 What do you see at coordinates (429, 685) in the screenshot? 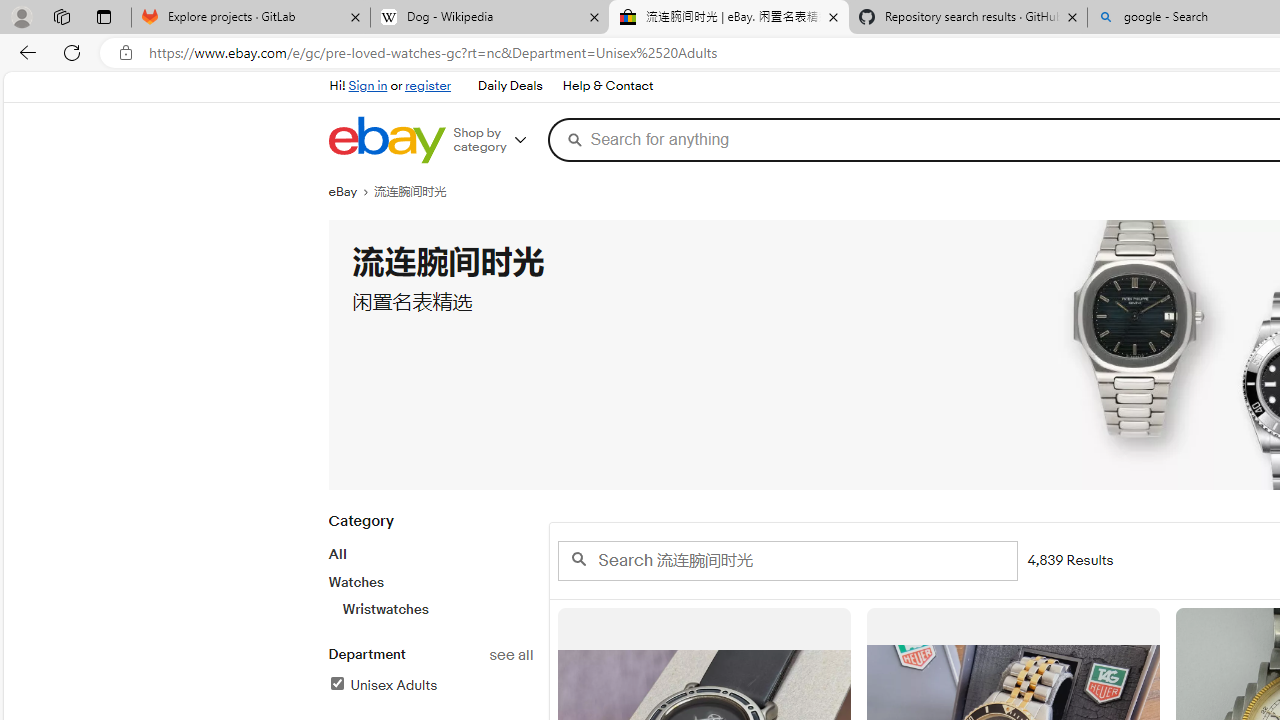
I see `'Unisex AdultsFilter Applied'` at bounding box center [429, 685].